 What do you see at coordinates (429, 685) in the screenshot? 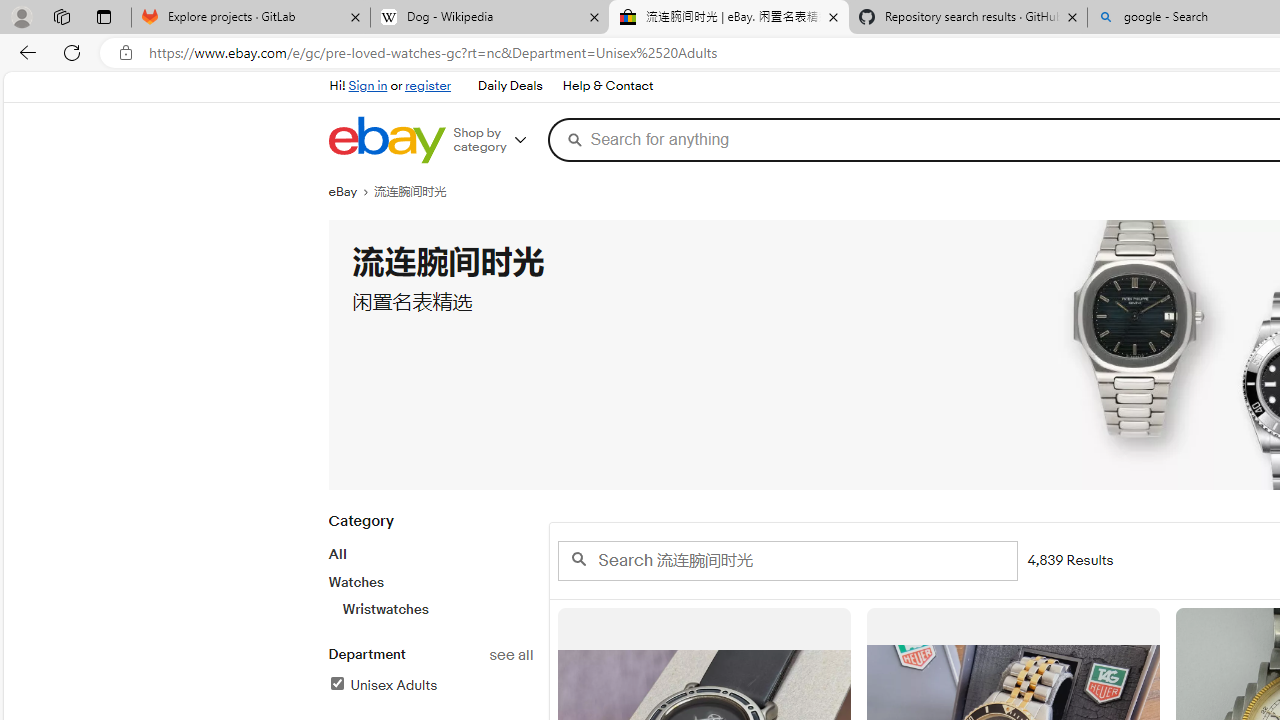
I see `'Unisex AdultsFilter Applied'` at bounding box center [429, 685].